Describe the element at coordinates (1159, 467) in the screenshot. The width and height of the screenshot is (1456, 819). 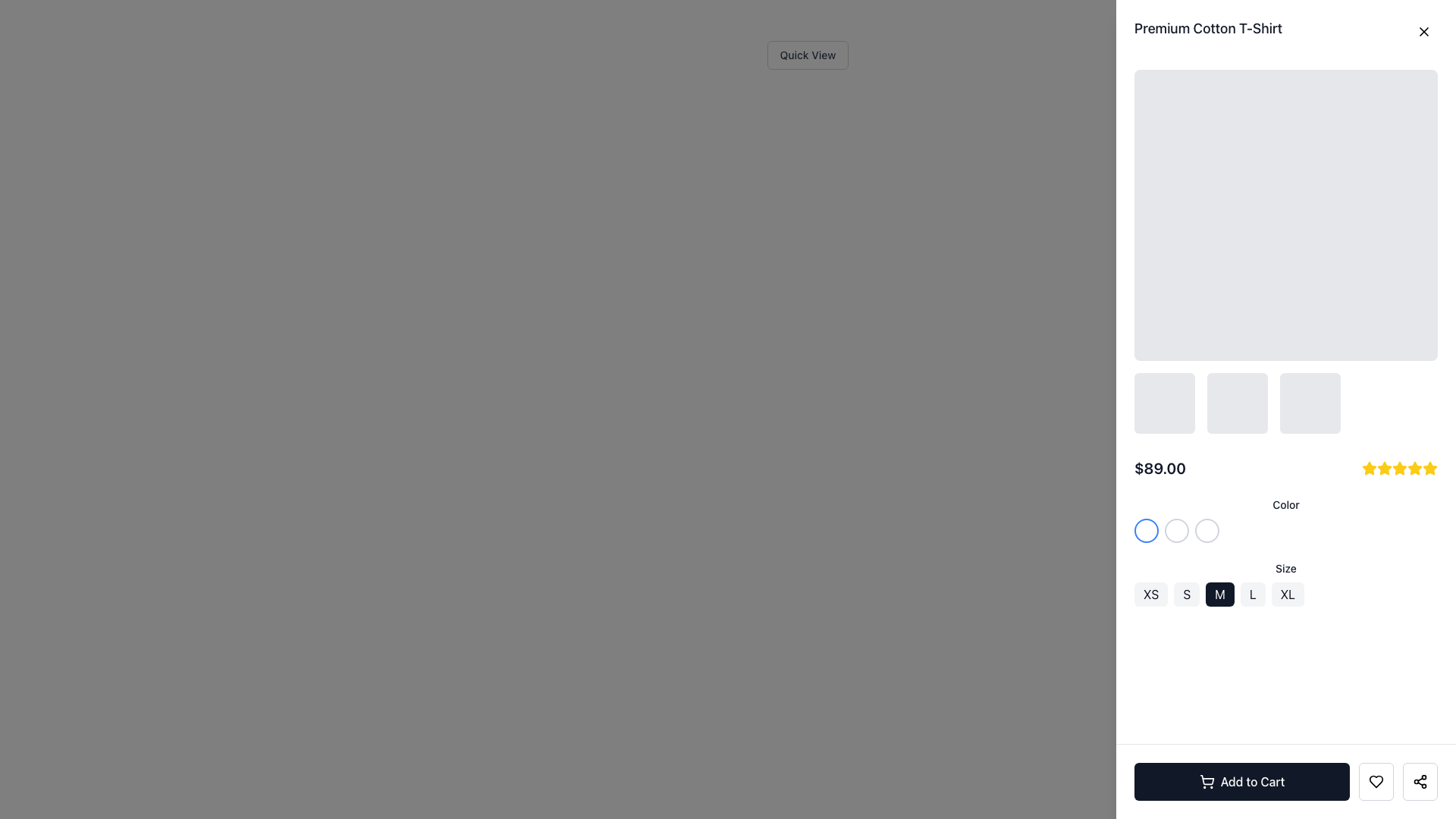
I see `the text label displaying the price '$89.00', which is styled in a large, bold font and is prominently placed to the left of a set of yellow star icons` at that location.